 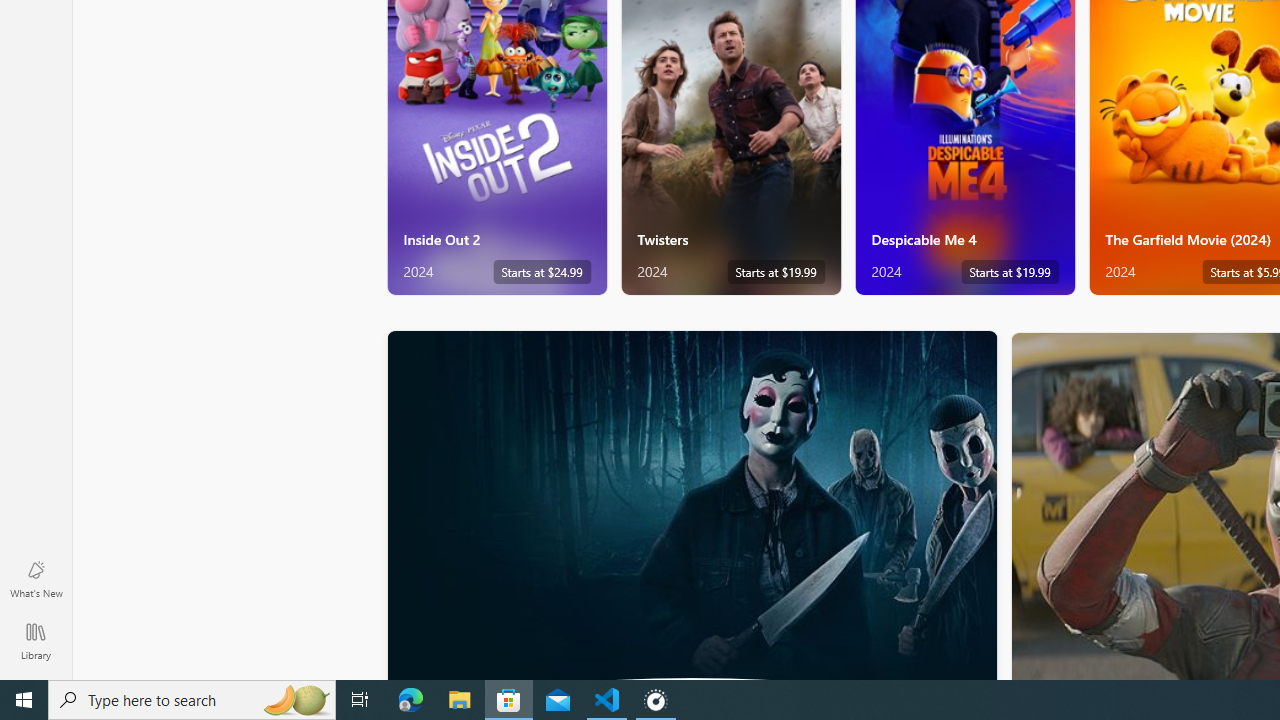 What do you see at coordinates (35, 578) in the screenshot?
I see `'What'` at bounding box center [35, 578].